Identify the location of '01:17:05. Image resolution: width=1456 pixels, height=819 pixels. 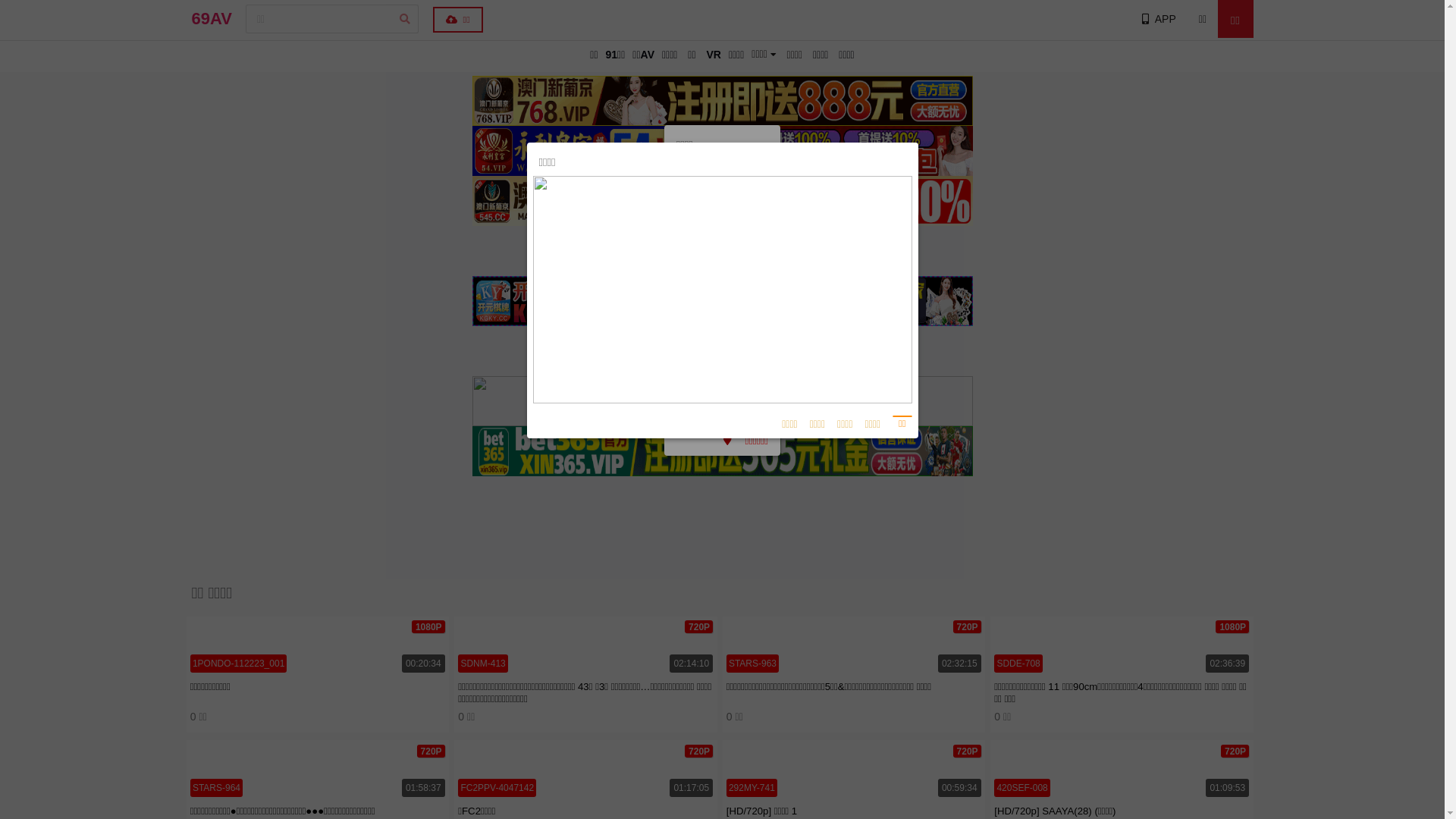
(585, 770).